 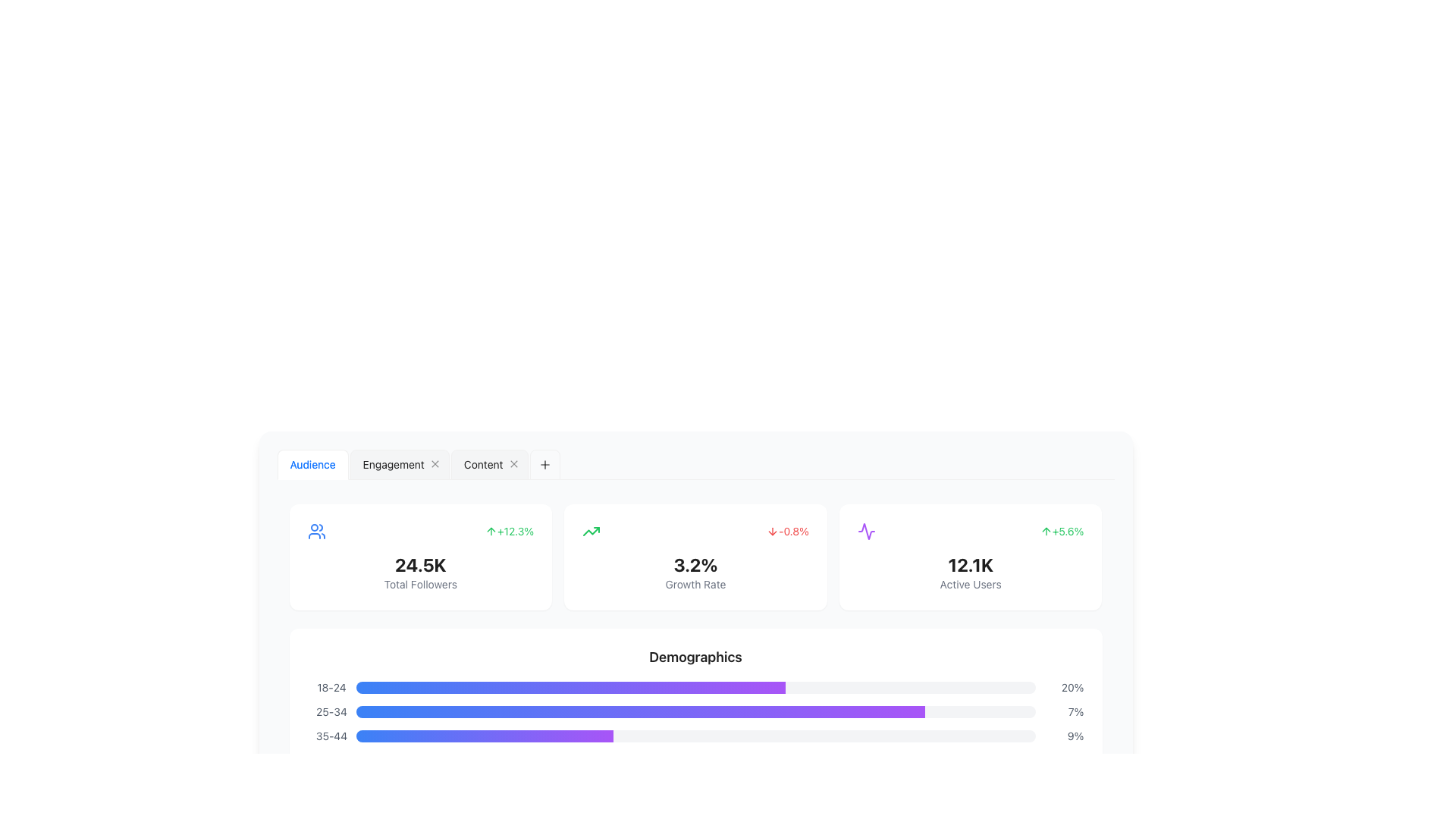 I want to click on the horizontal progress bar styled with a gradient background ranging from blue to purple, which has the text '25-34' to its left and '7%' to its right, so click(x=695, y=711).